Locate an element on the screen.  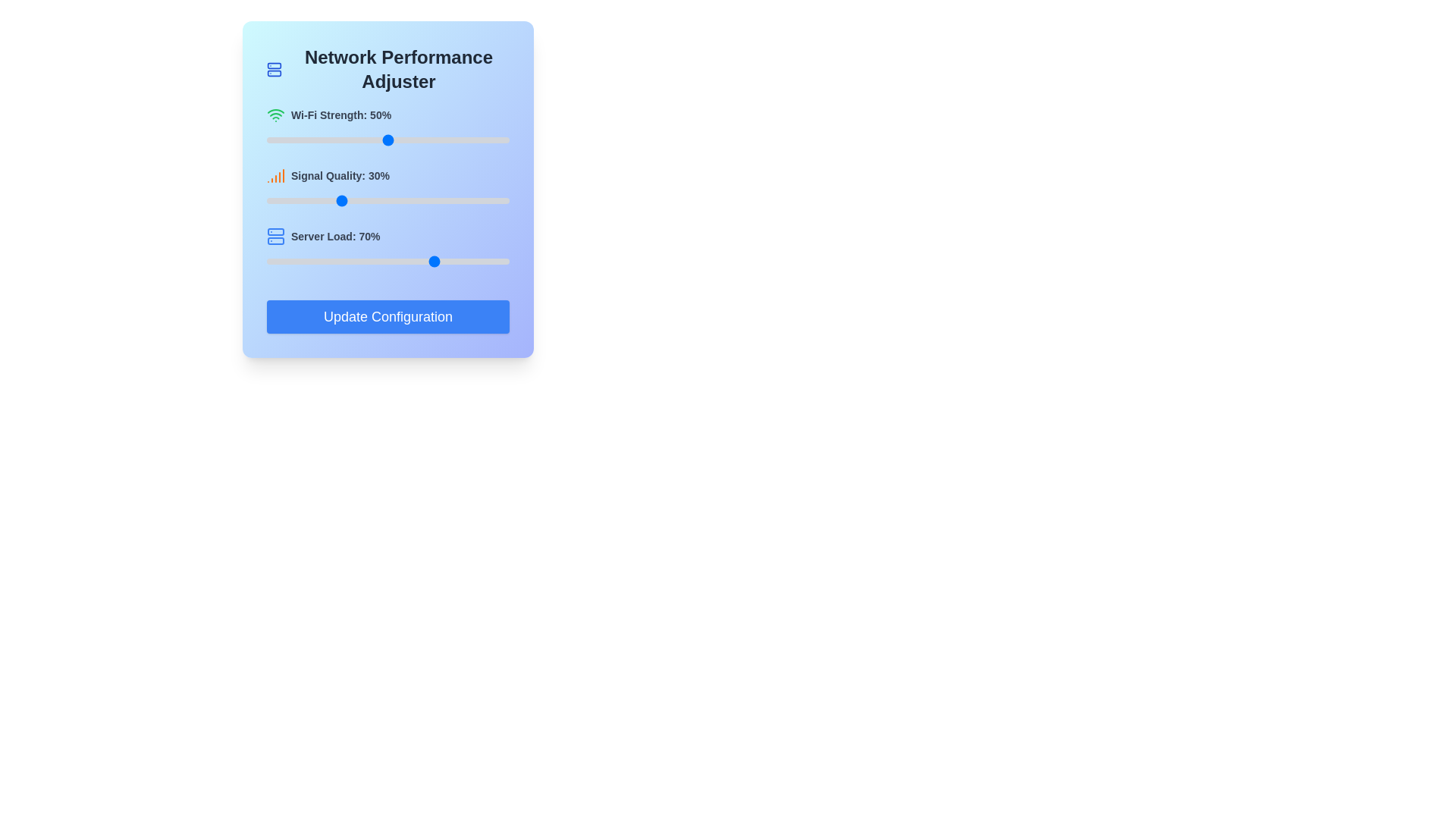
the Server Load slider is located at coordinates (436, 260).